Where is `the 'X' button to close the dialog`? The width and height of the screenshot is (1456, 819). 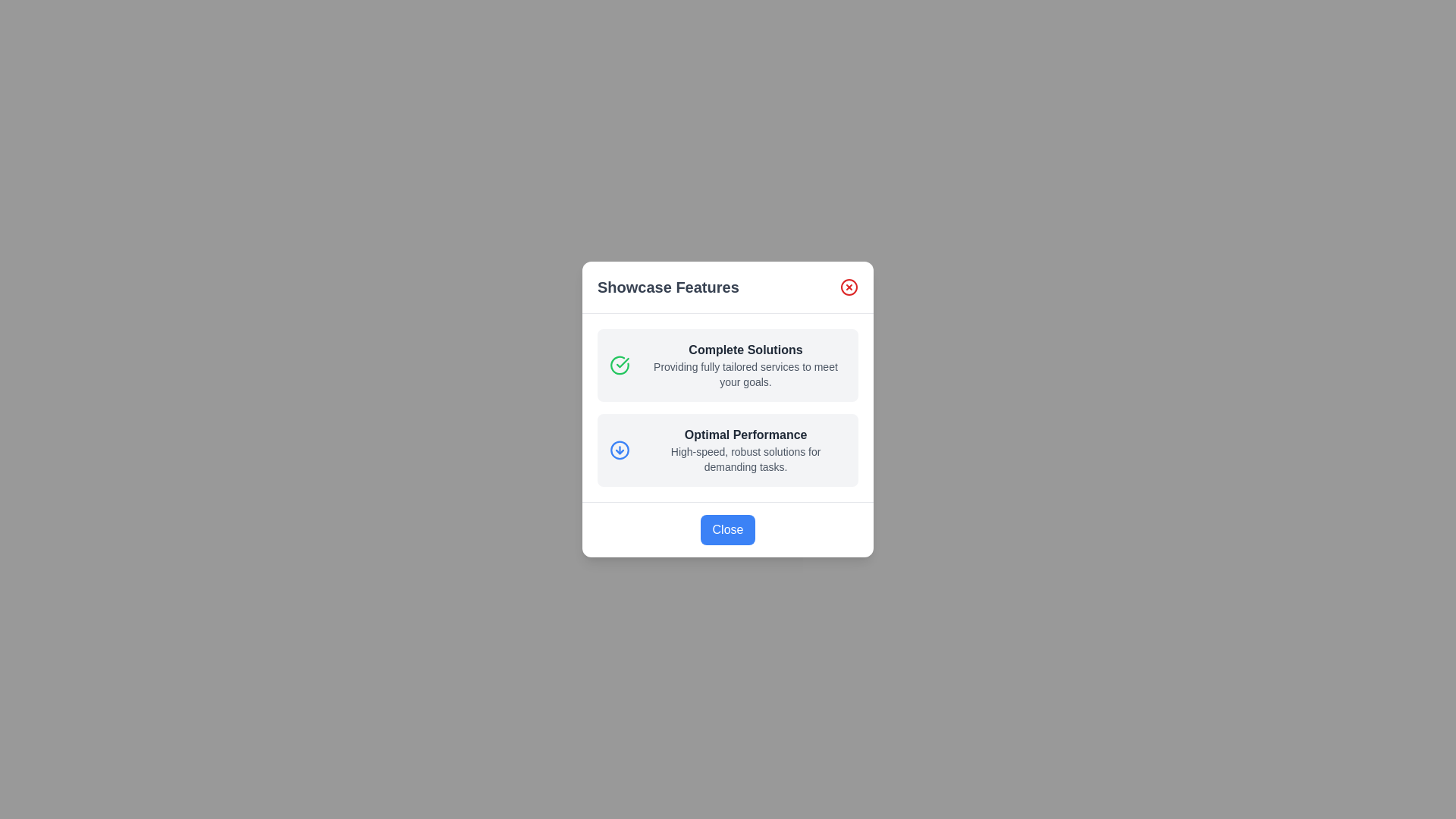 the 'X' button to close the dialog is located at coordinates (848, 287).